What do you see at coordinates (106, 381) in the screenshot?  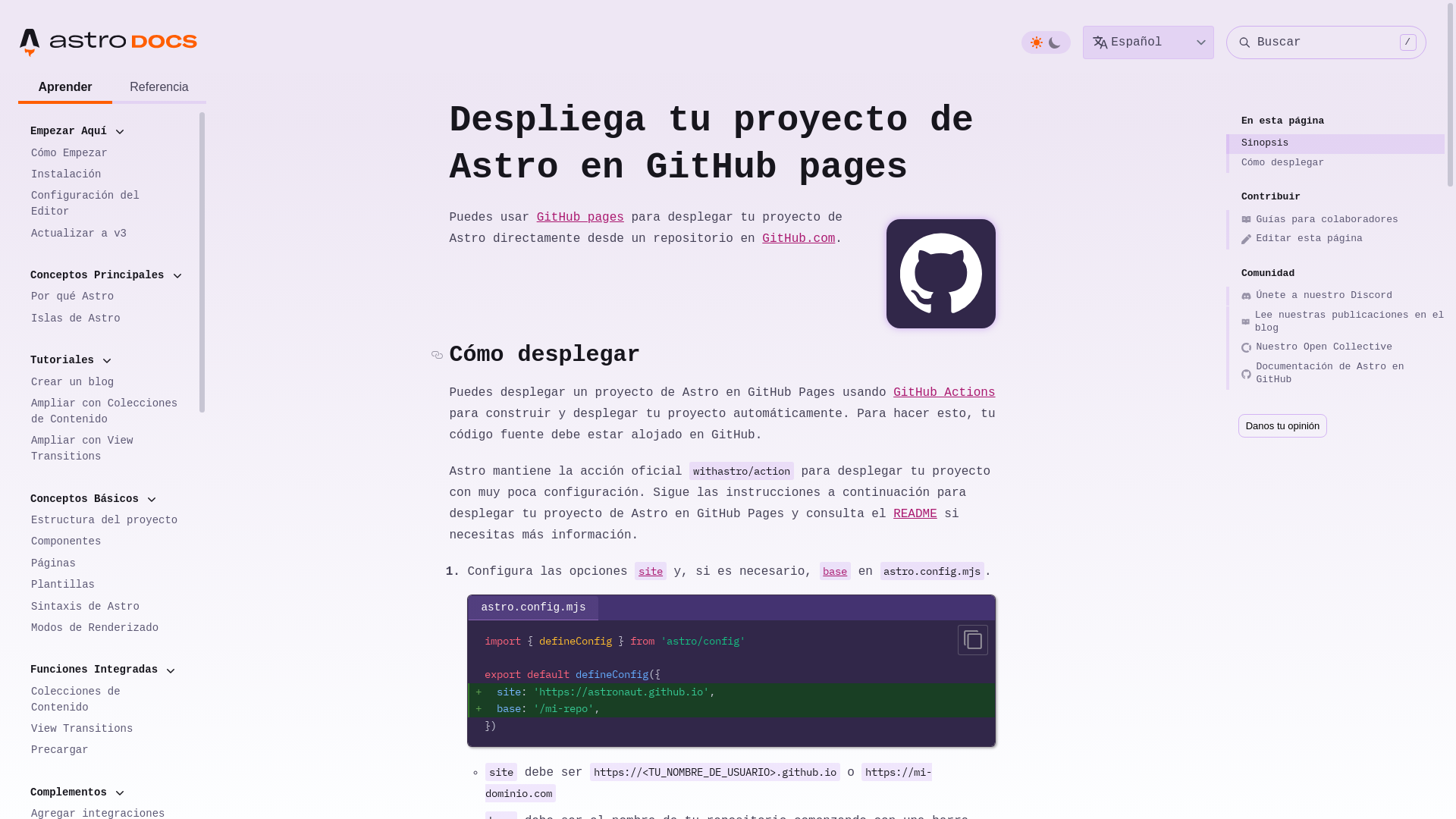 I see `'Crear un blog'` at bounding box center [106, 381].